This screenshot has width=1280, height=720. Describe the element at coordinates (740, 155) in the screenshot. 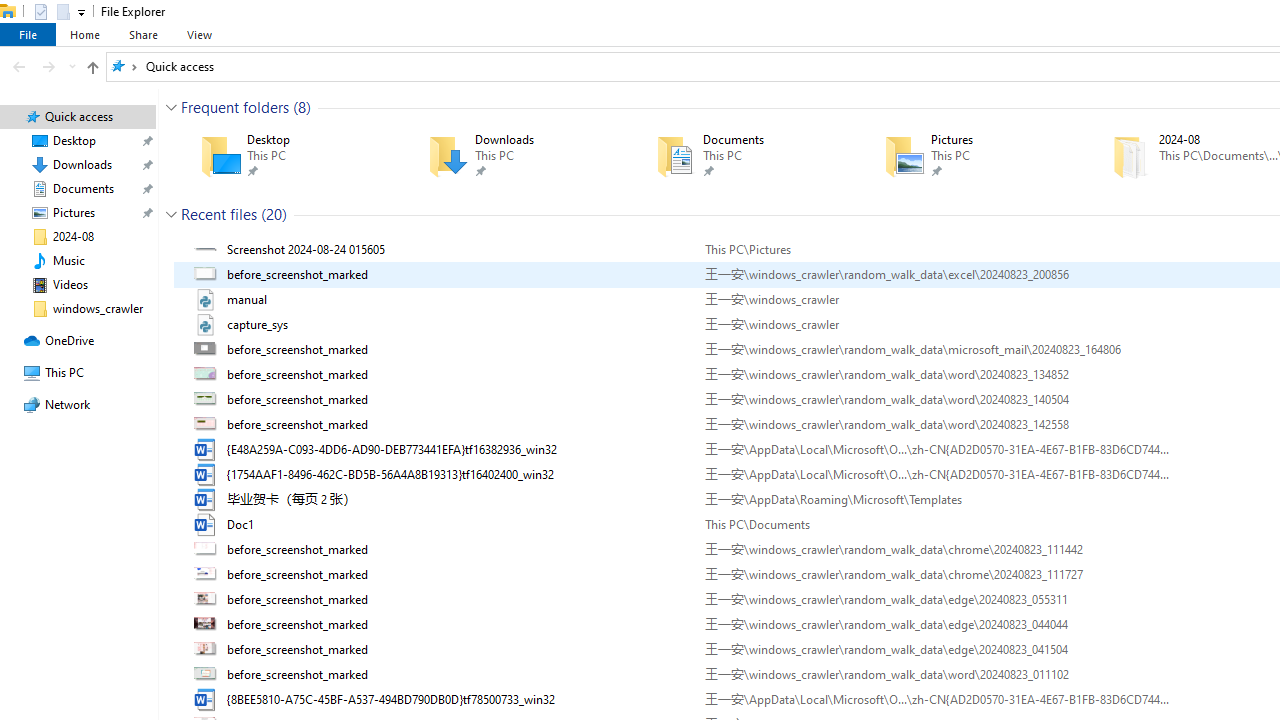

I see `'Documents'` at that location.